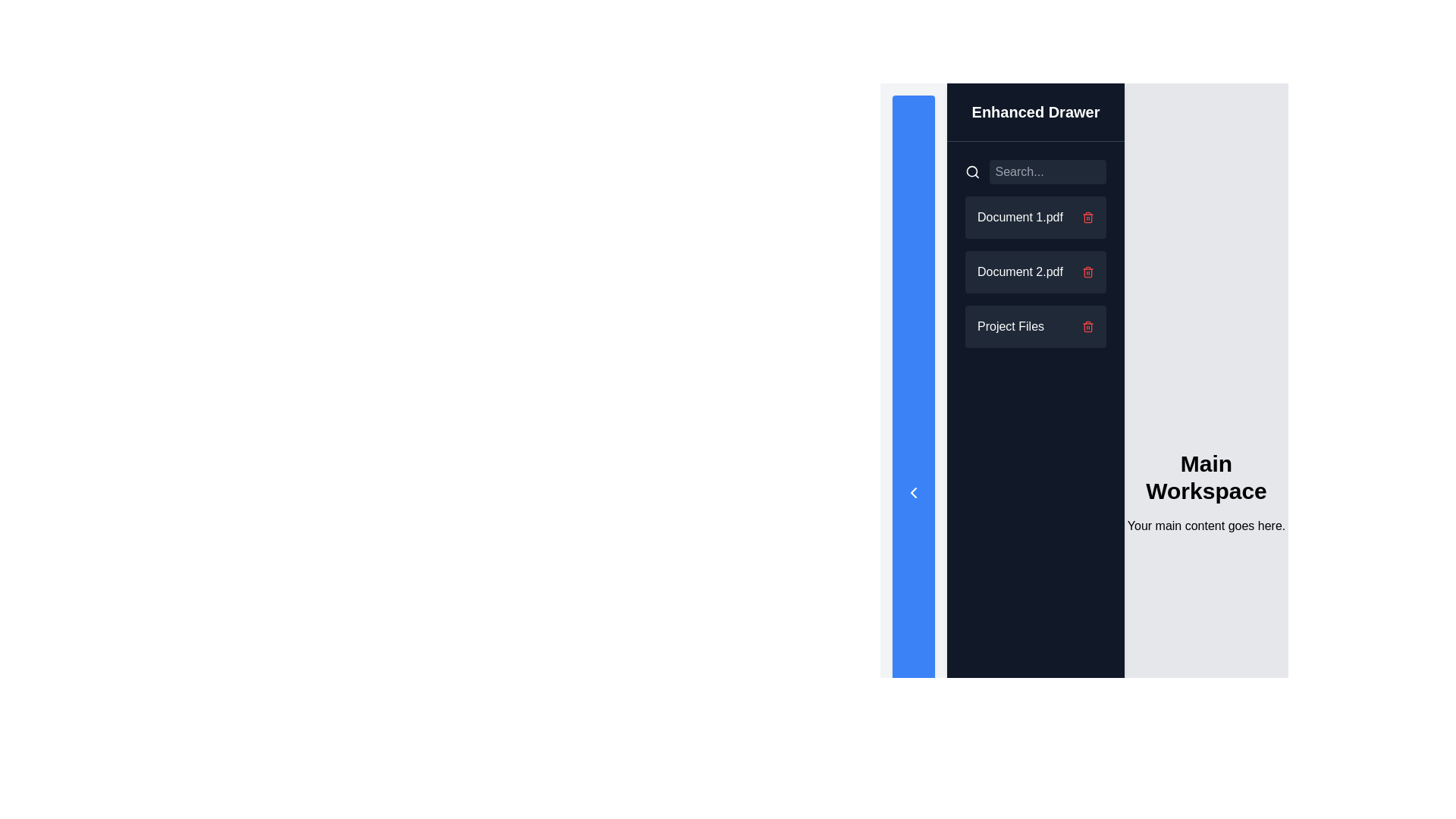 The image size is (1456, 819). Describe the element at coordinates (1087, 217) in the screenshot. I see `the delete button with an icon` at that location.